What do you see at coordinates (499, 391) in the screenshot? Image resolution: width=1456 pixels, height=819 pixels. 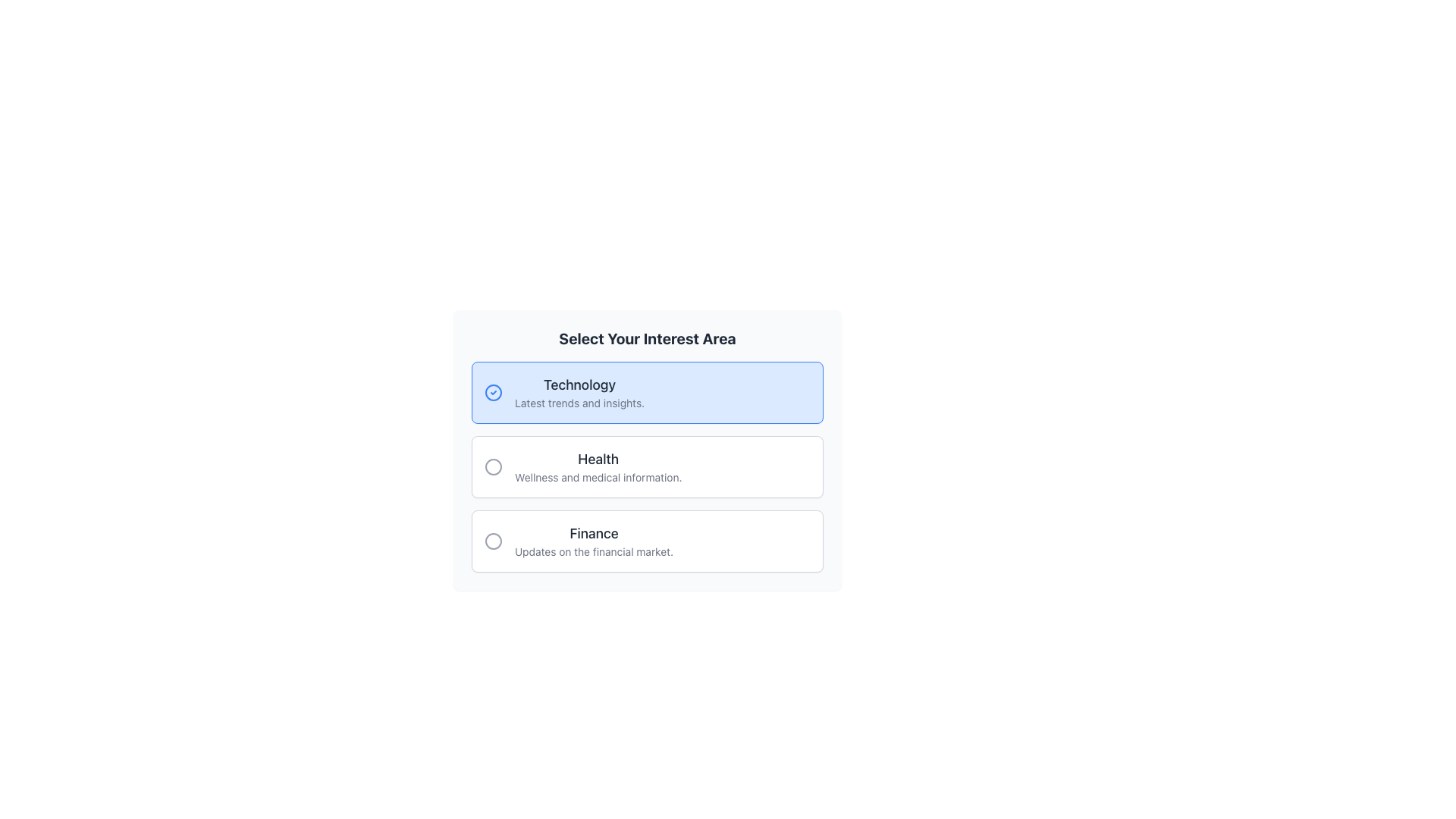 I see `the circular blue icon representing the selection state of the 'Technology' option` at bounding box center [499, 391].